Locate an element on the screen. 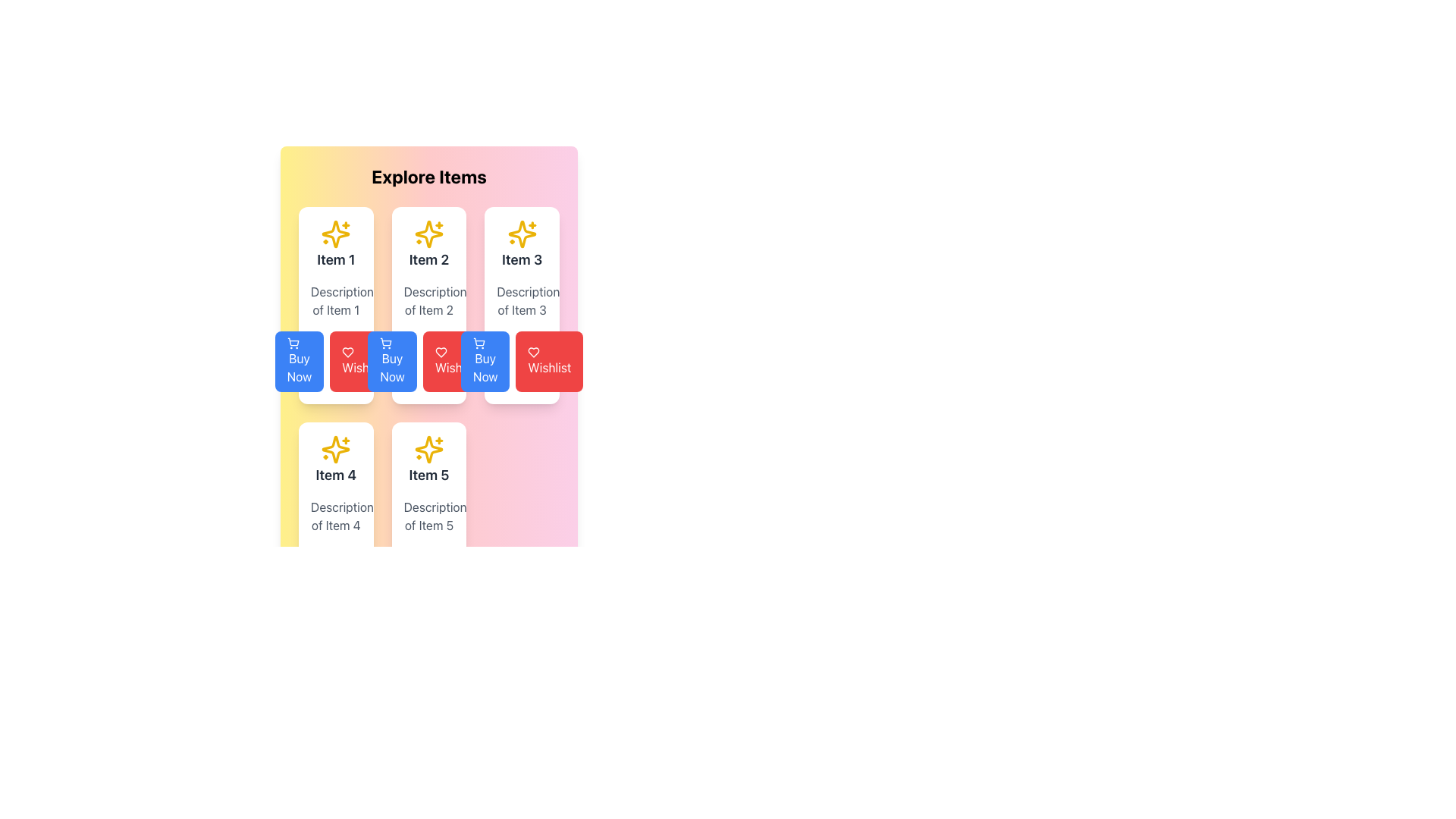 This screenshot has width=1456, height=819. the text label displaying the title of the first item in the grid, located beneath the 'Explore Items' heading is located at coordinates (335, 259).